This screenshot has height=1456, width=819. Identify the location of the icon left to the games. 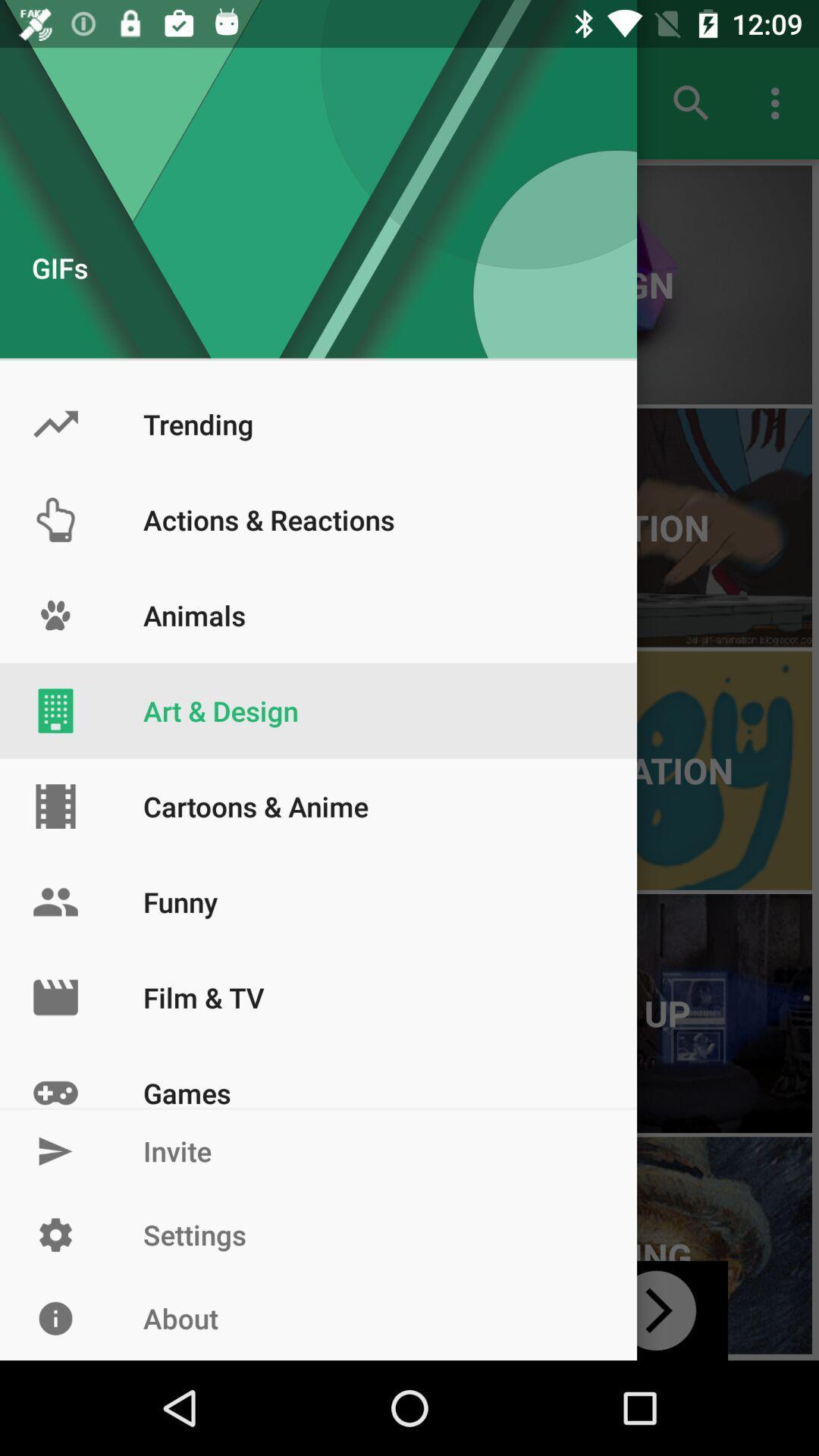
(55, 1076).